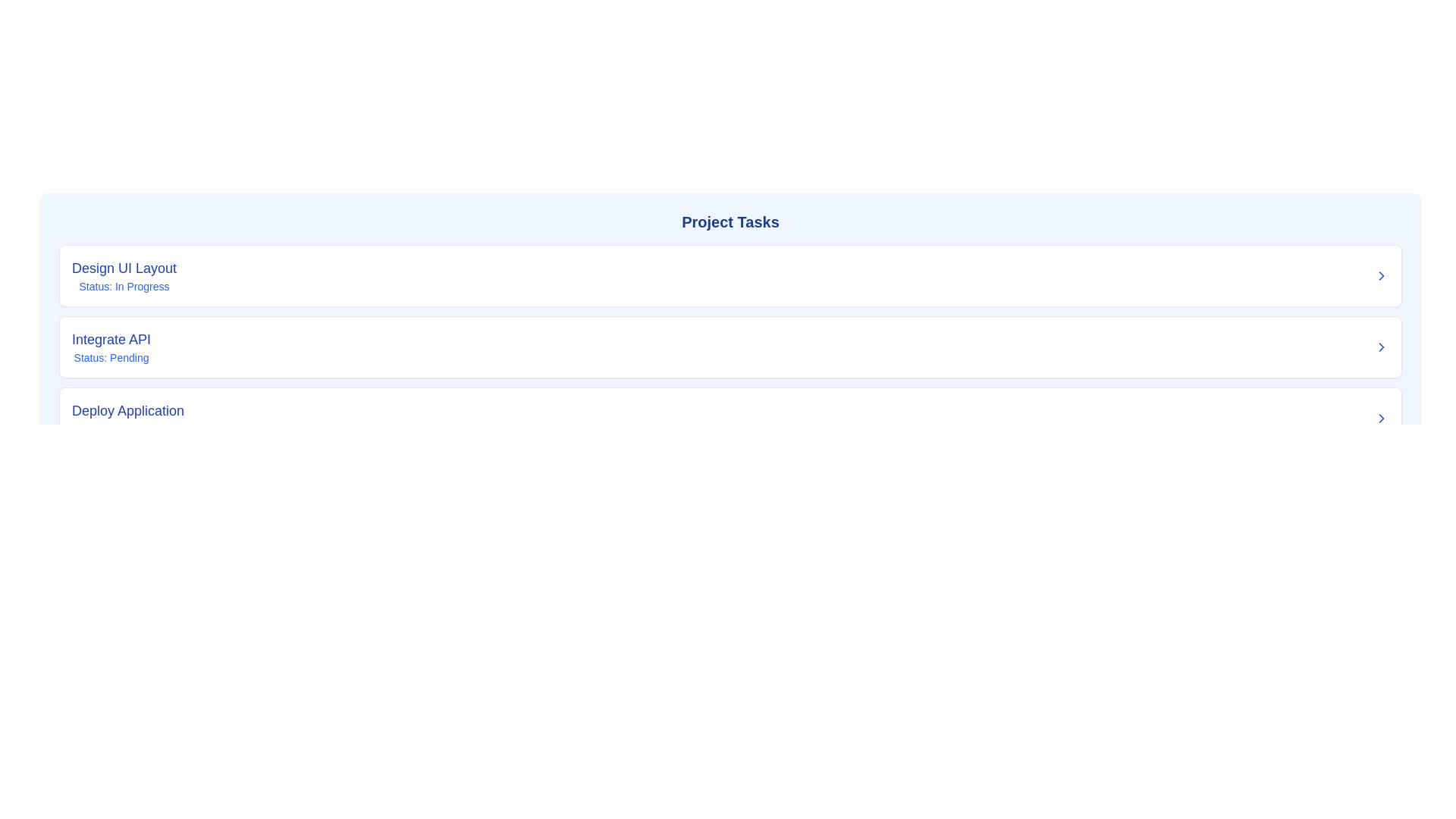 This screenshot has width=1456, height=819. Describe the element at coordinates (1382, 275) in the screenshot. I see `the Chevron icon located at the right end of the list item titled 'Design UI Layout - Status: In Progress', which indicates that the item can be expanded or navigated to a detailed view` at that location.